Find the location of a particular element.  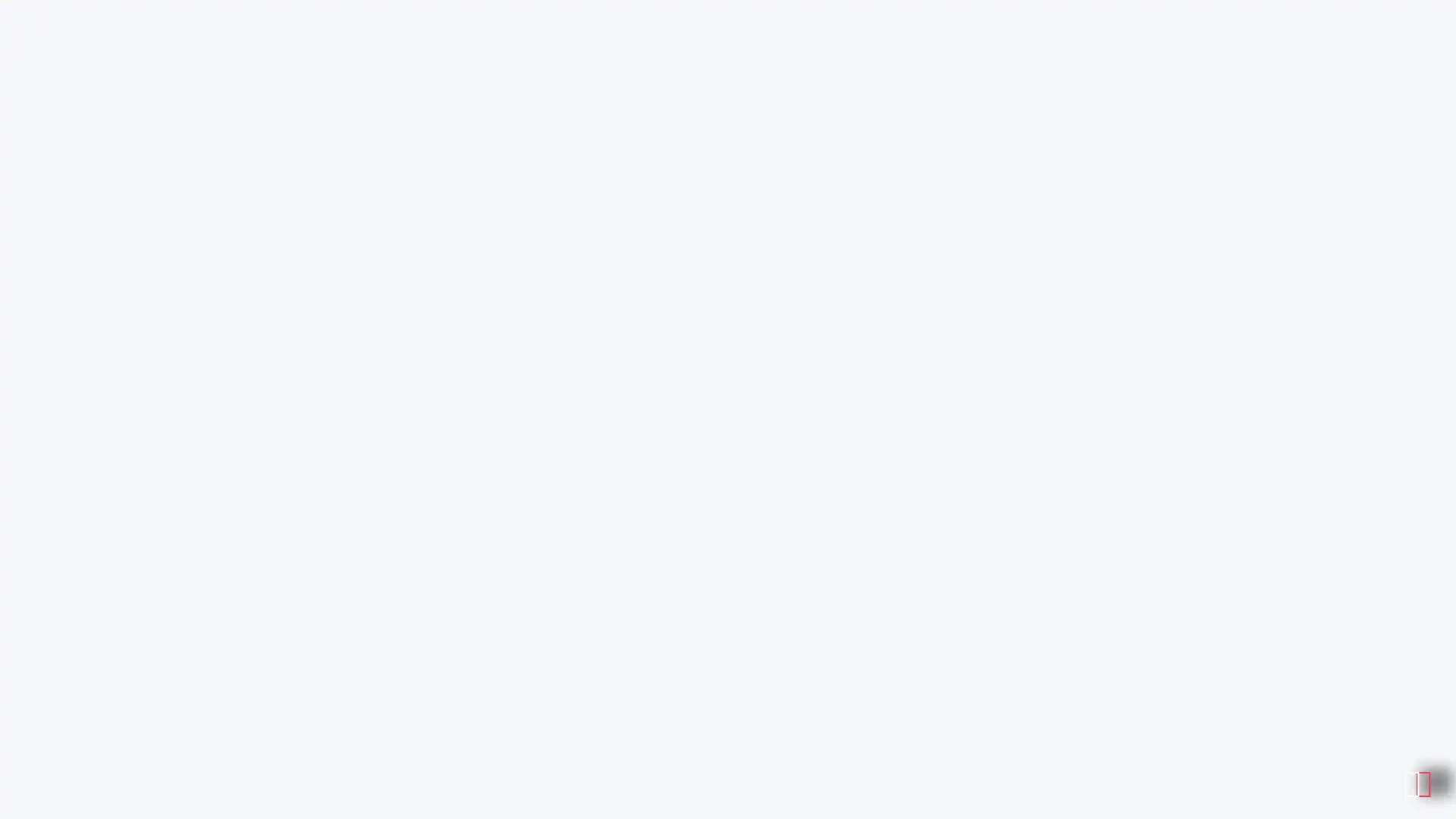

Got it is located at coordinates (1397, 67).